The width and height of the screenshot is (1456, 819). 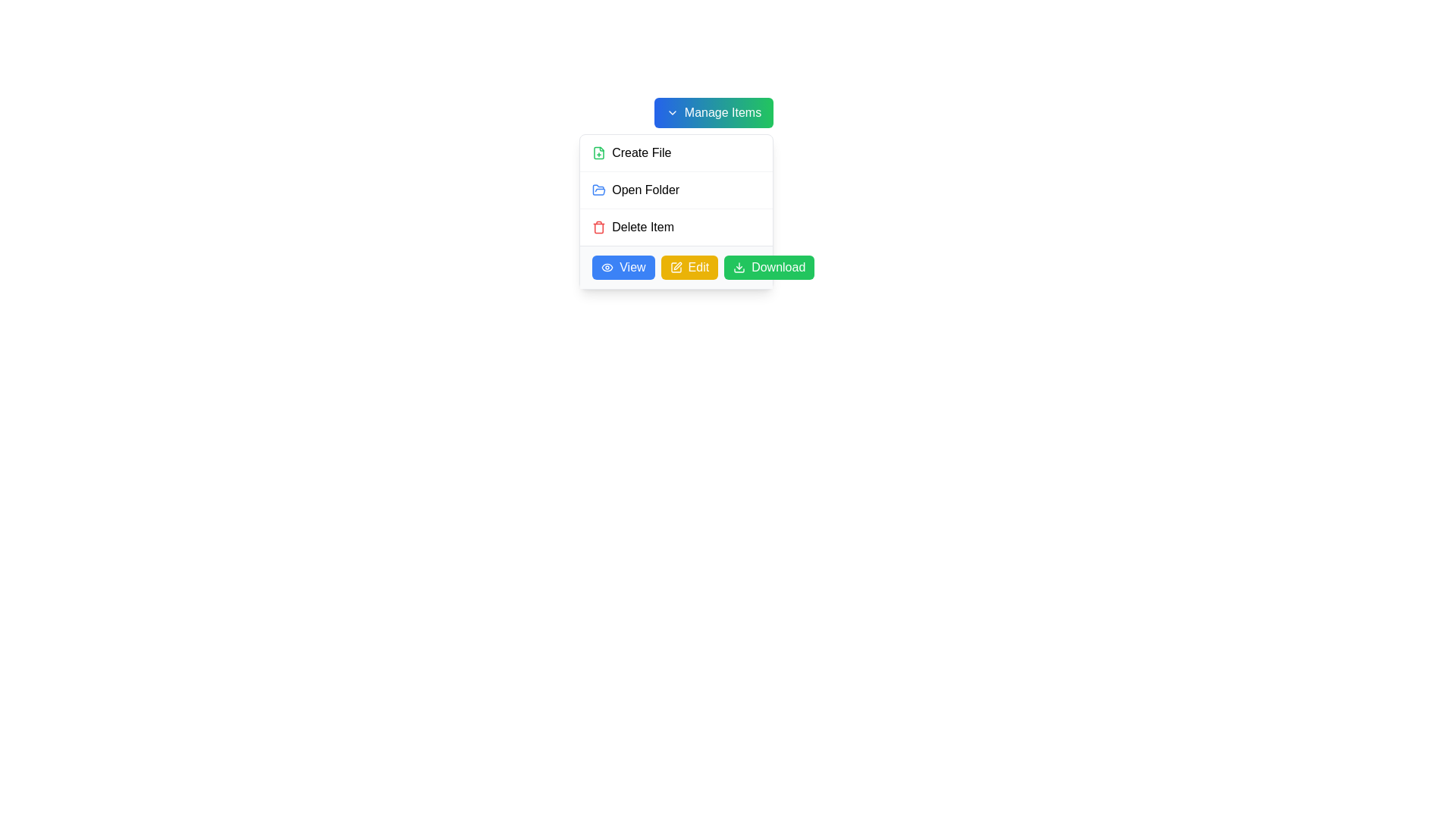 I want to click on the small green icon resembling a file graphic located to the left of the 'Create File' text in the vertical menu, so click(x=598, y=152).